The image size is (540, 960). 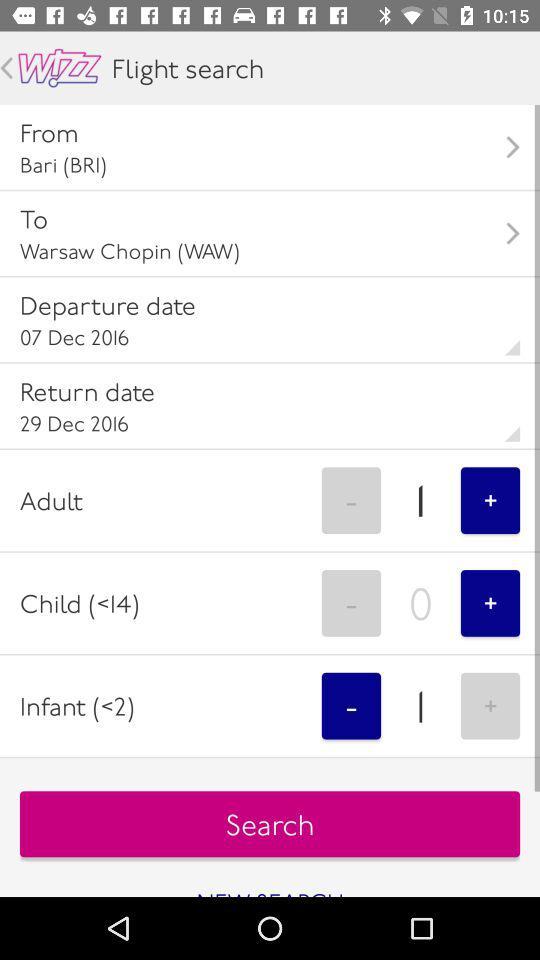 What do you see at coordinates (350, 602) in the screenshot?
I see `icon to the right of child (<14) icon` at bounding box center [350, 602].